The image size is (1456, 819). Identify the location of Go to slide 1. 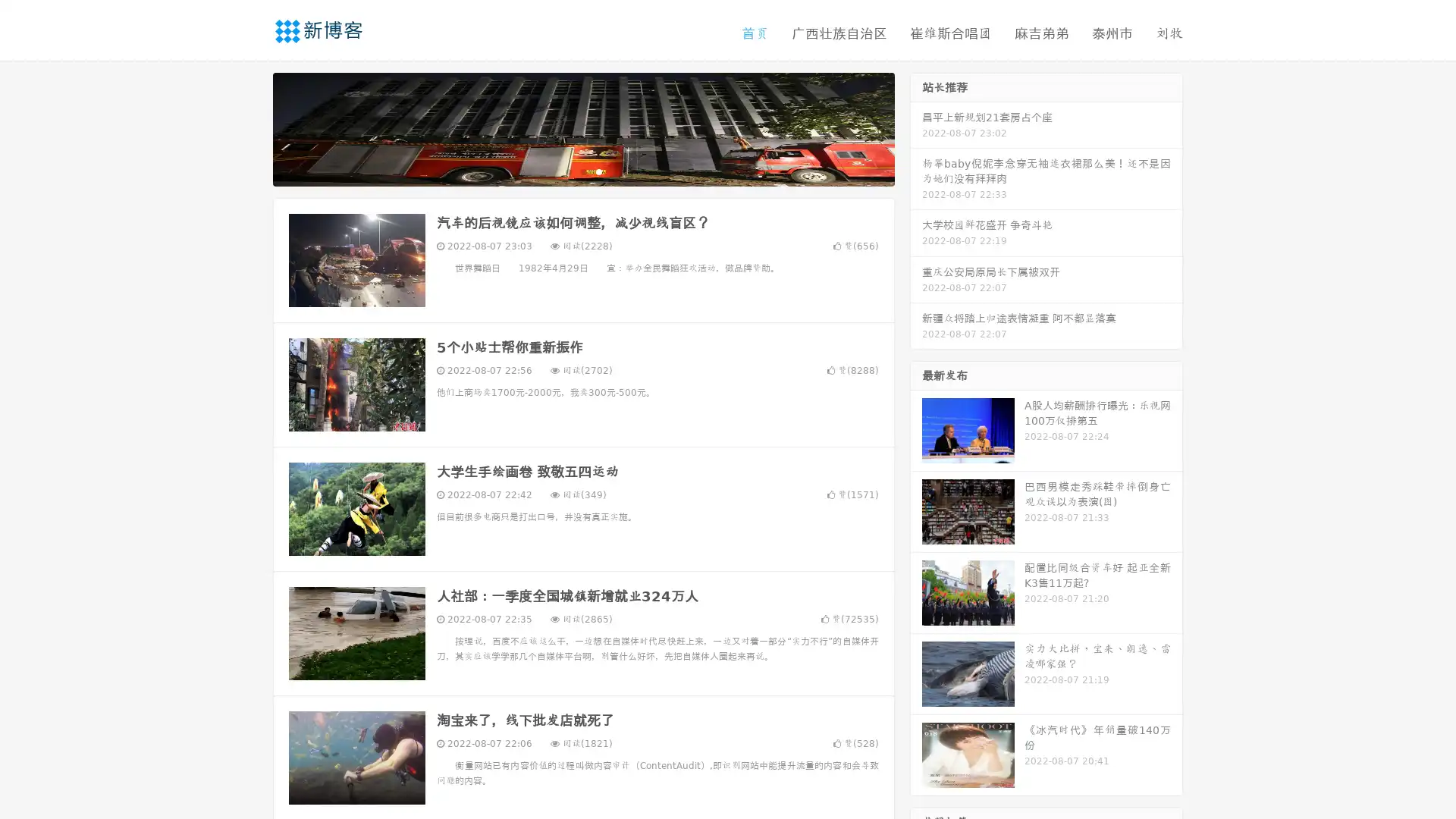
(567, 171).